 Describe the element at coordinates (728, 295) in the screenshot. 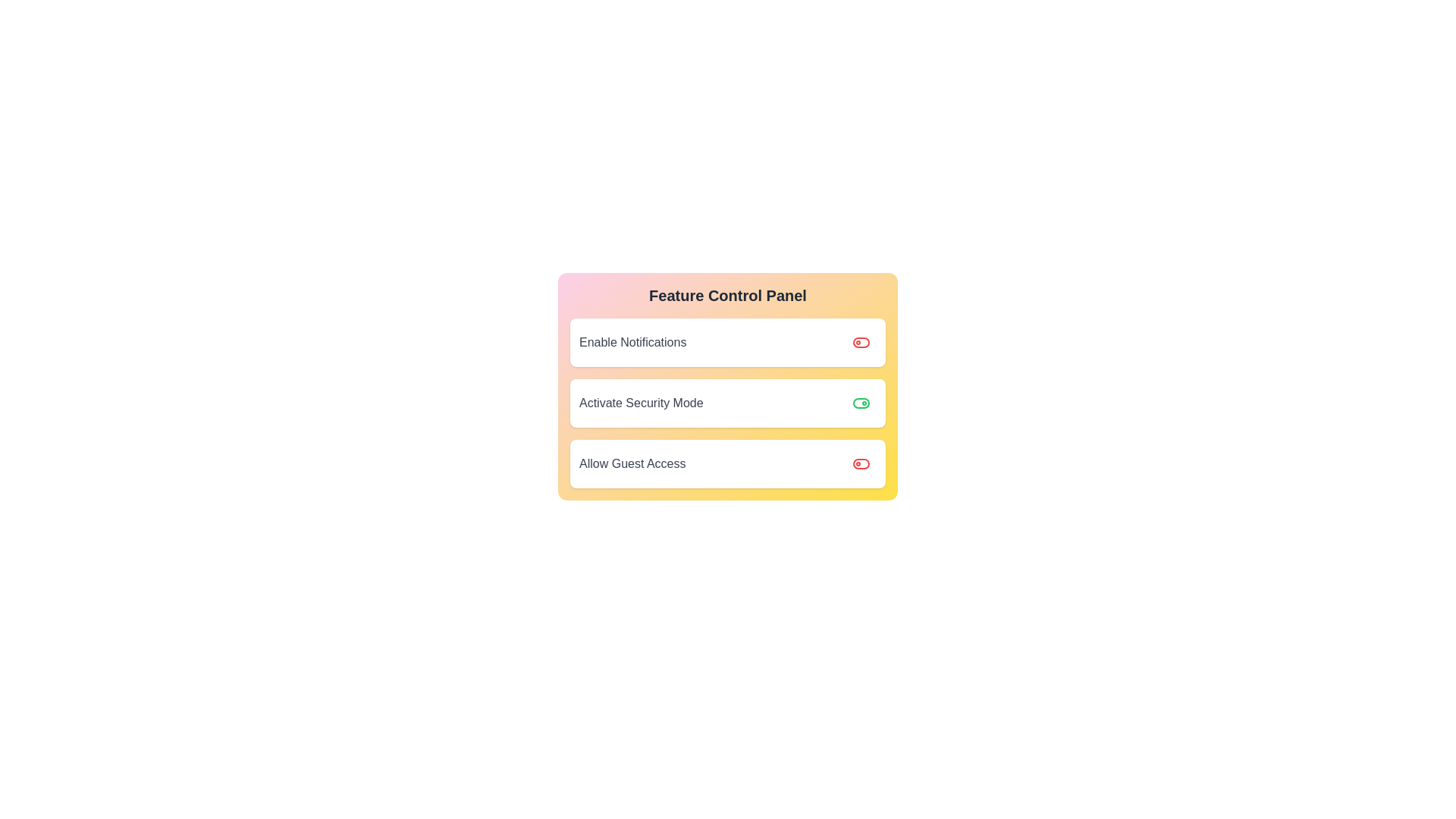

I see `the title text label that introduces the feature control panel, positioned at the top of the panel, above the interactive controls` at that location.